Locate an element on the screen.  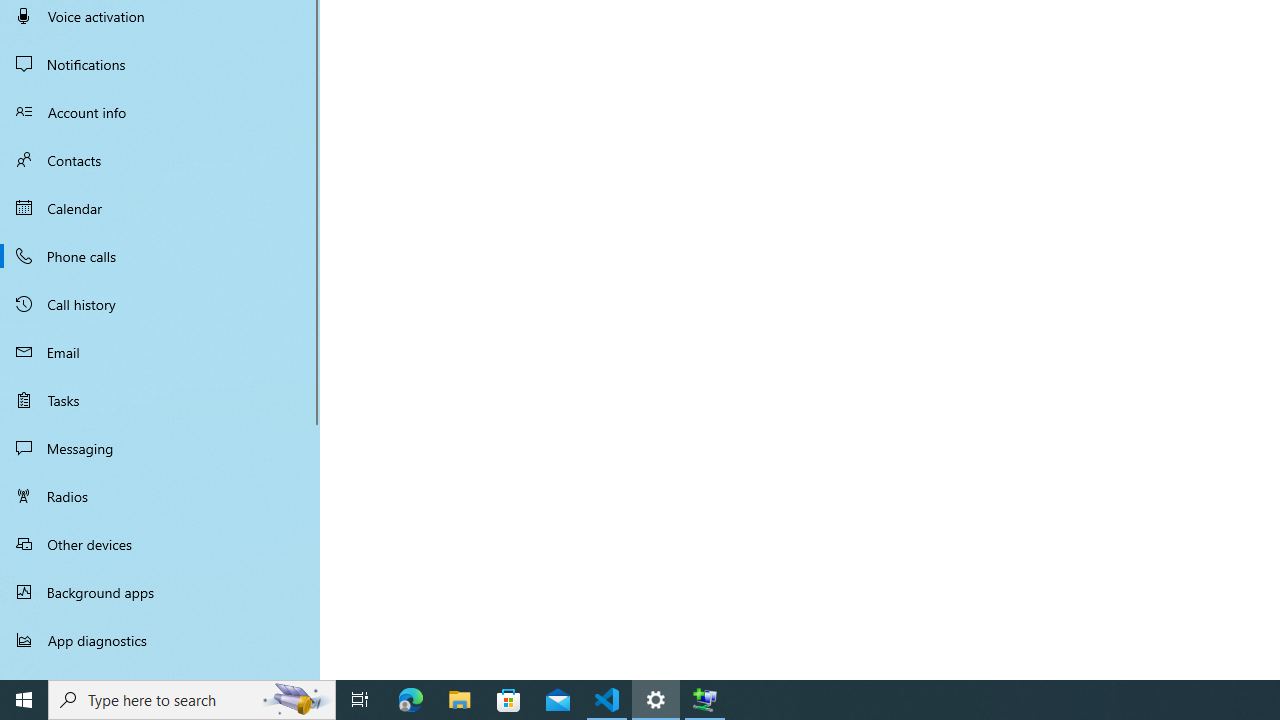
'Task View' is located at coordinates (359, 698).